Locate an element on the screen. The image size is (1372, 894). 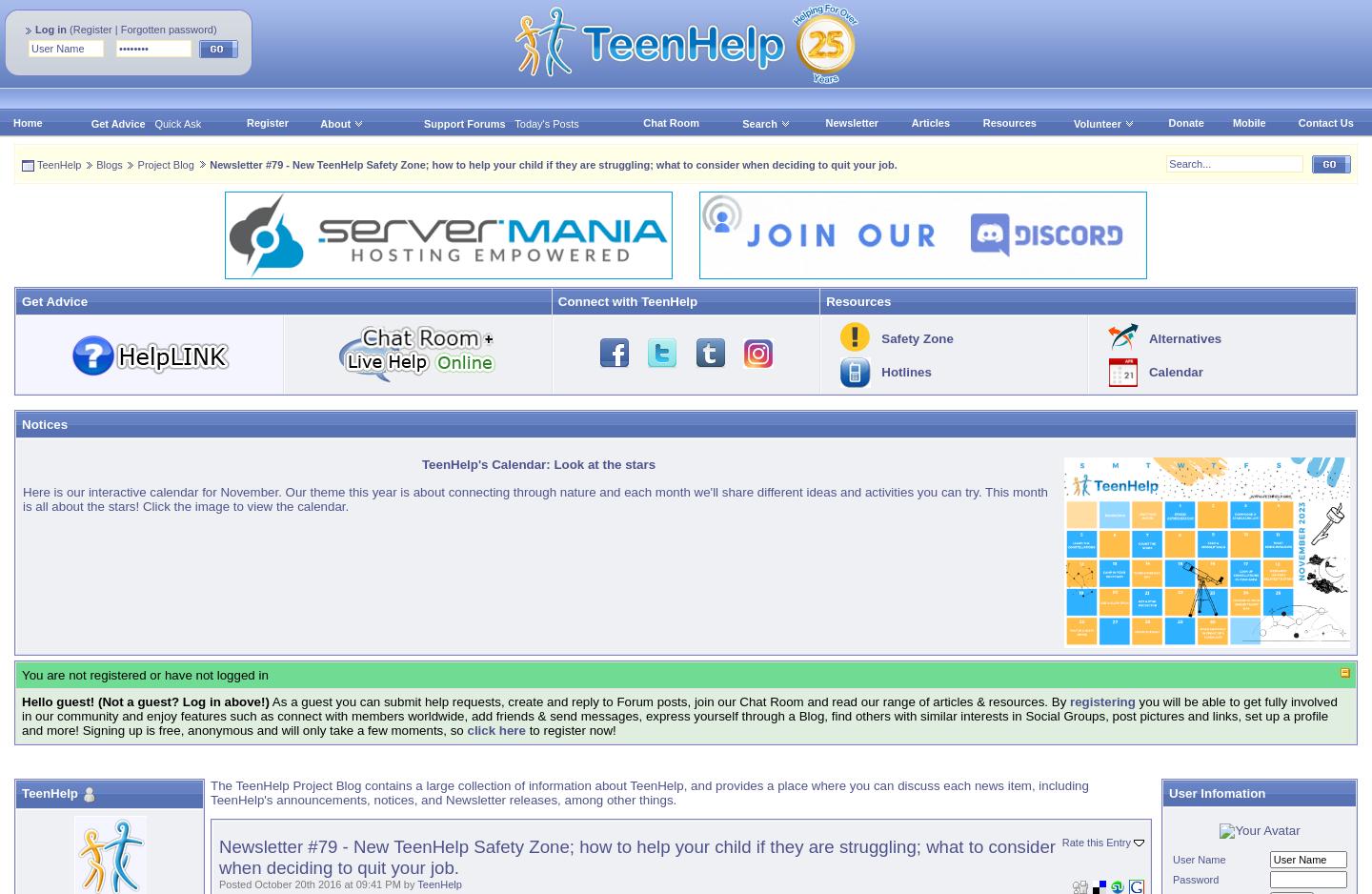
'Today's Posts' is located at coordinates (546, 121).